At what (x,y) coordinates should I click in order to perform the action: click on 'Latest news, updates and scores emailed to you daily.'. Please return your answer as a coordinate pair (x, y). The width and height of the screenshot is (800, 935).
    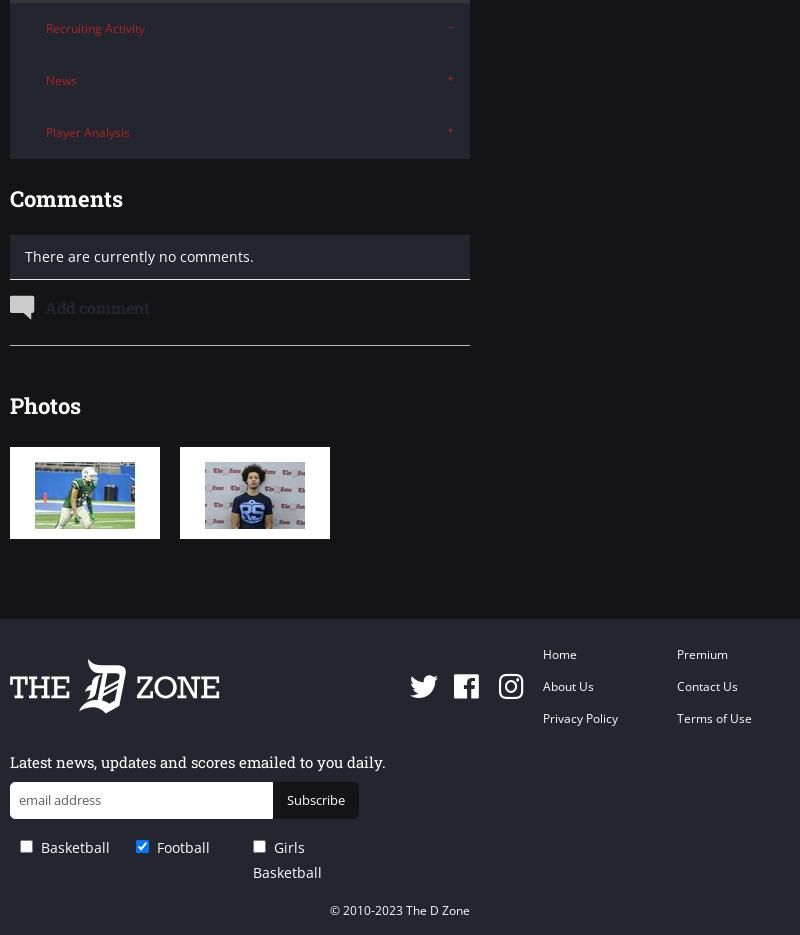
    Looking at the image, I should click on (10, 760).